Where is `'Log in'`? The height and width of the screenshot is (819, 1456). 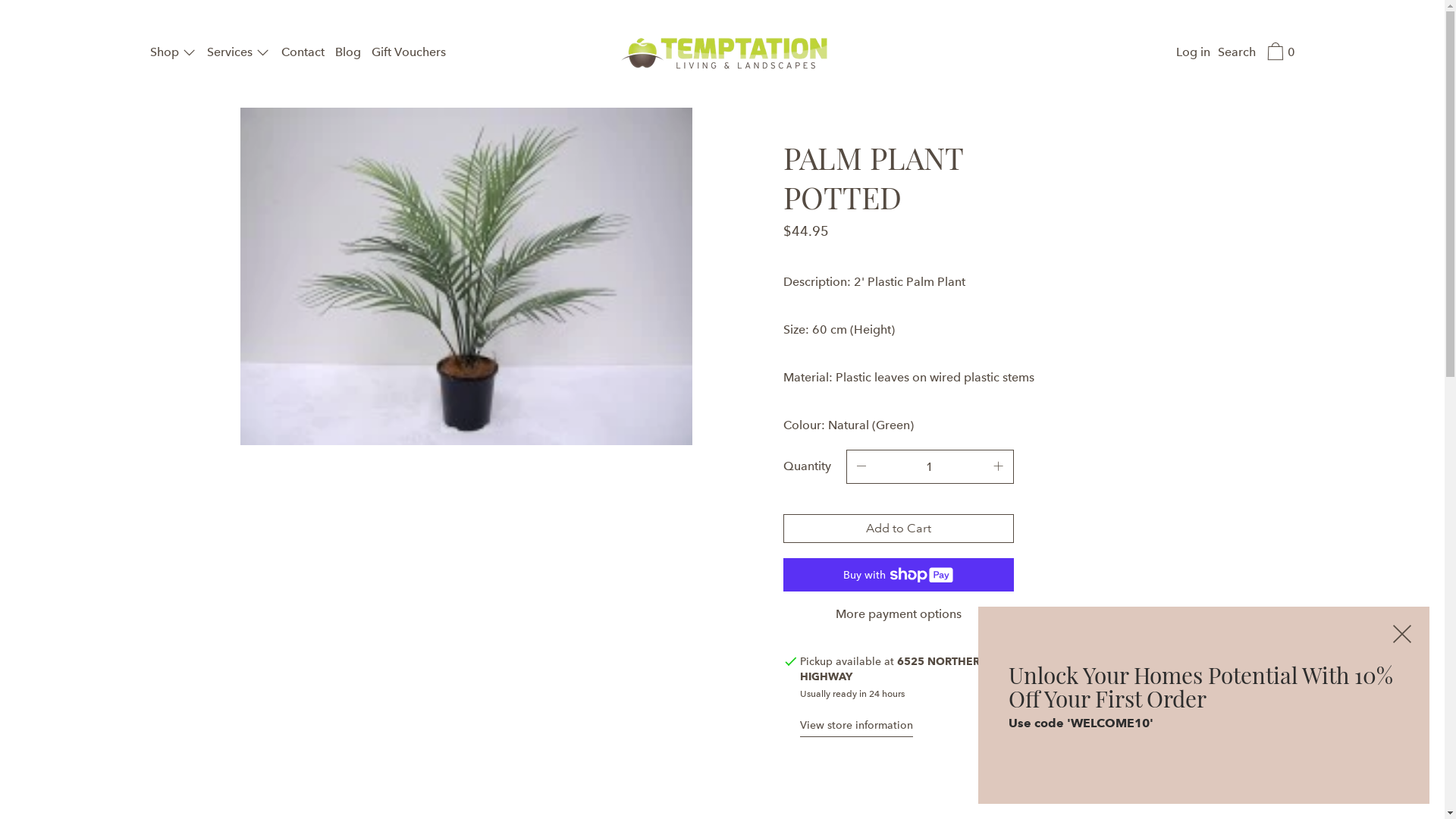
'Log in' is located at coordinates (1191, 52).